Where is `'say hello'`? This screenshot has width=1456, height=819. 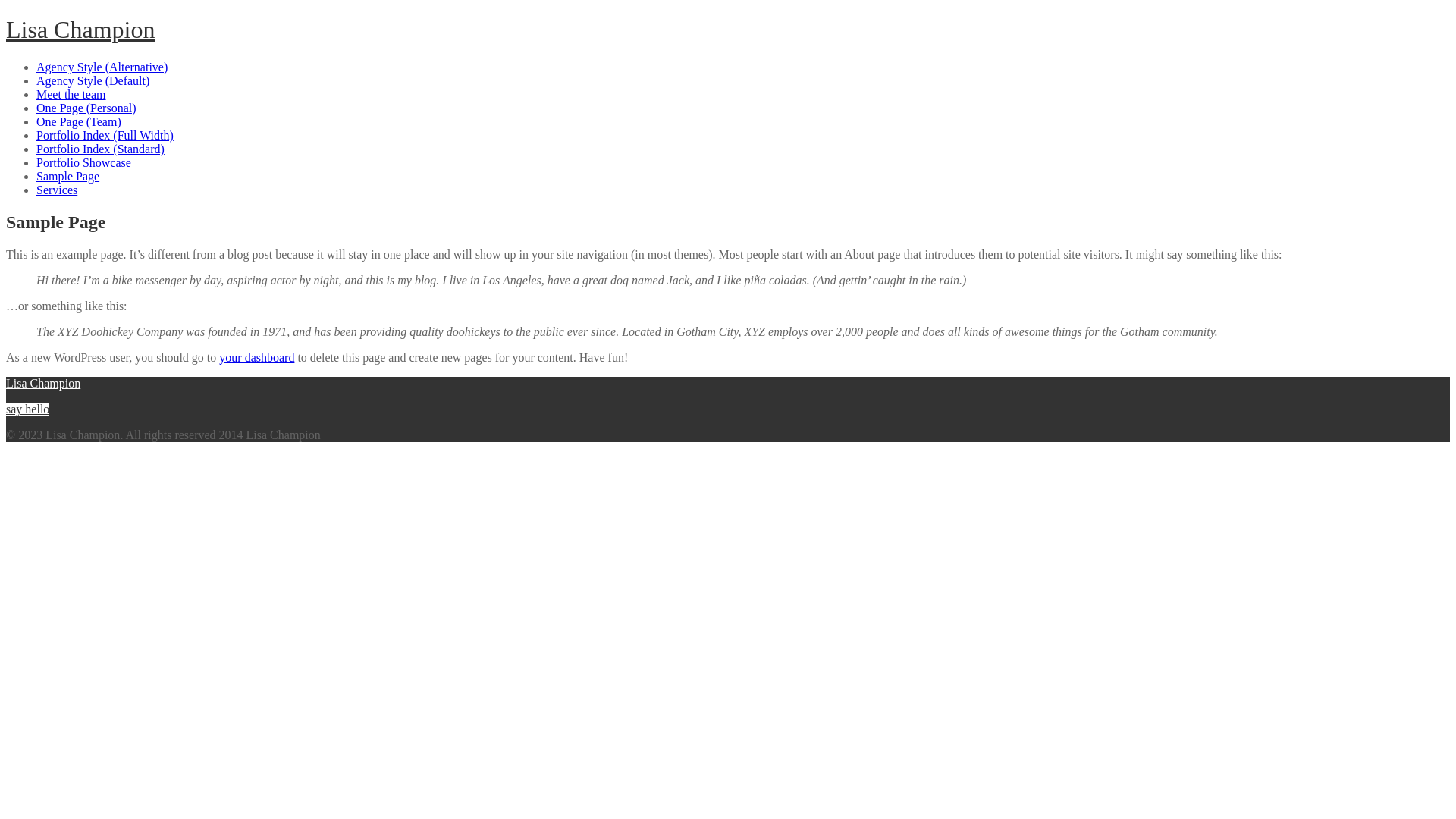
'say hello' is located at coordinates (27, 408).